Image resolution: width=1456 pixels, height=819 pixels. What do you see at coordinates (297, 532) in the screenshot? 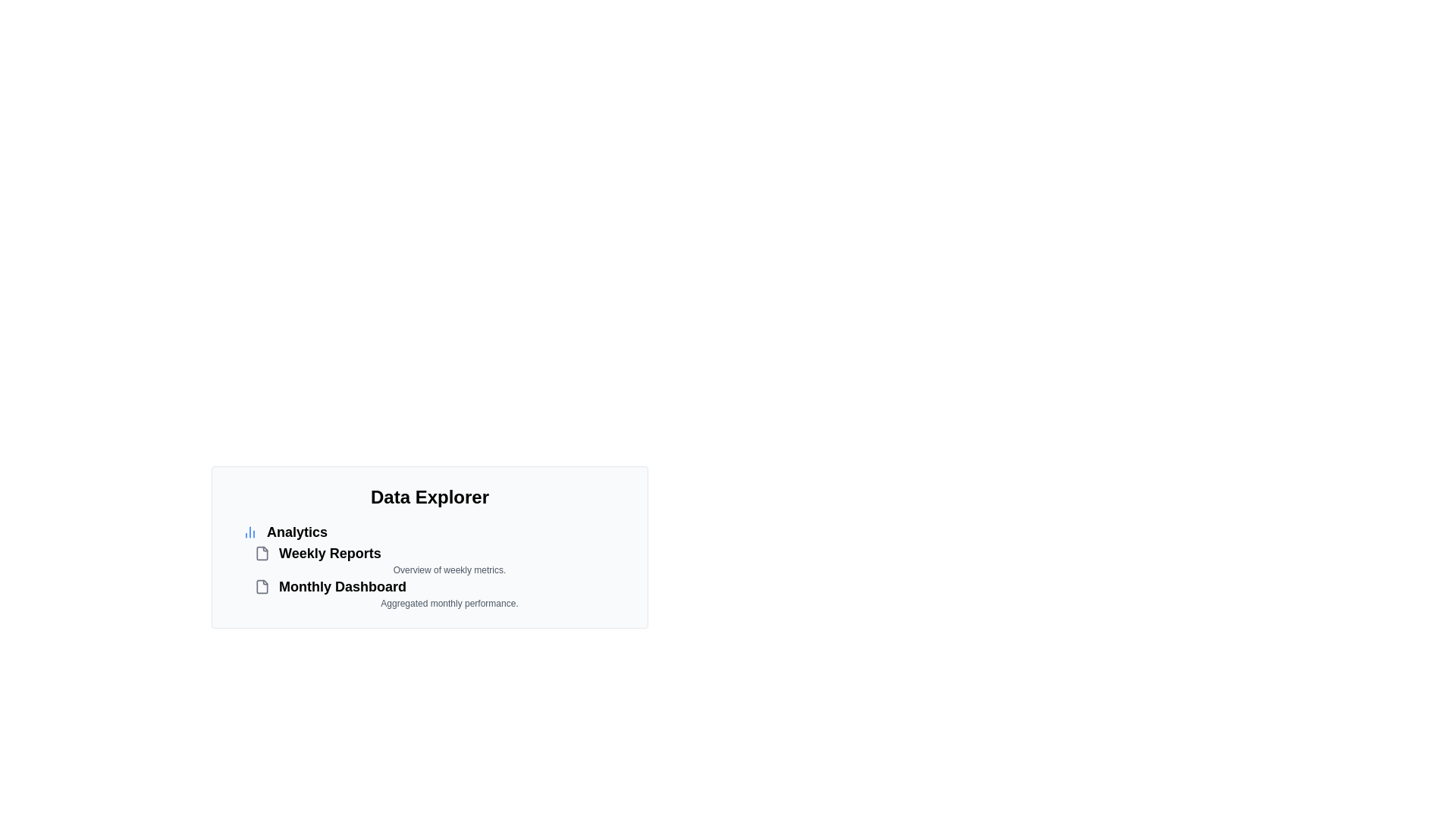
I see `the 'Analytics' text label located in the 'Data Explorer' section, which is displayed in bold font and positioned near the blue chart icon` at bounding box center [297, 532].